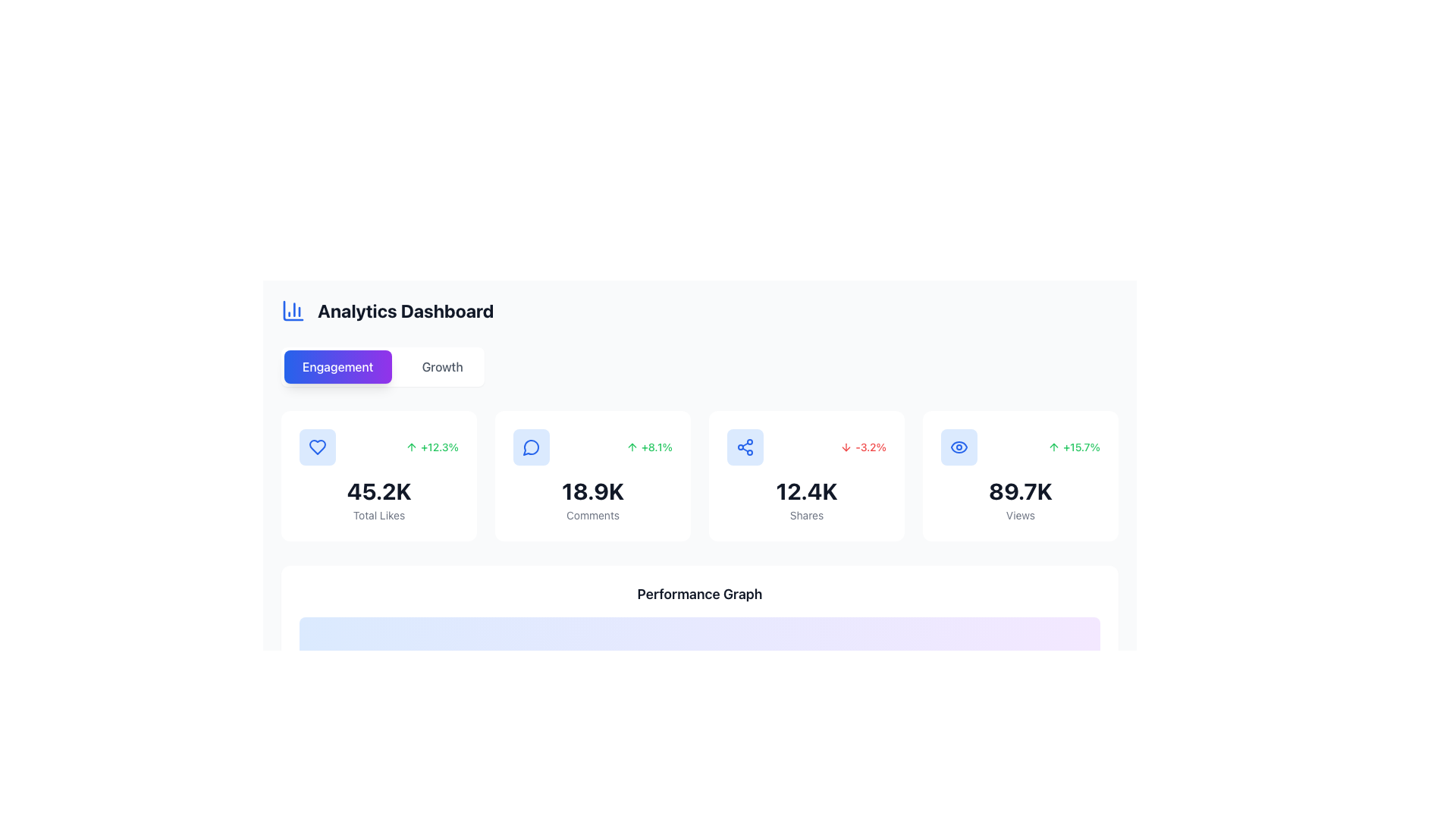  I want to click on the 'Growth' button located to the right of the 'Engagement' button in the button group at the top of the dashboard interface, so click(441, 366).